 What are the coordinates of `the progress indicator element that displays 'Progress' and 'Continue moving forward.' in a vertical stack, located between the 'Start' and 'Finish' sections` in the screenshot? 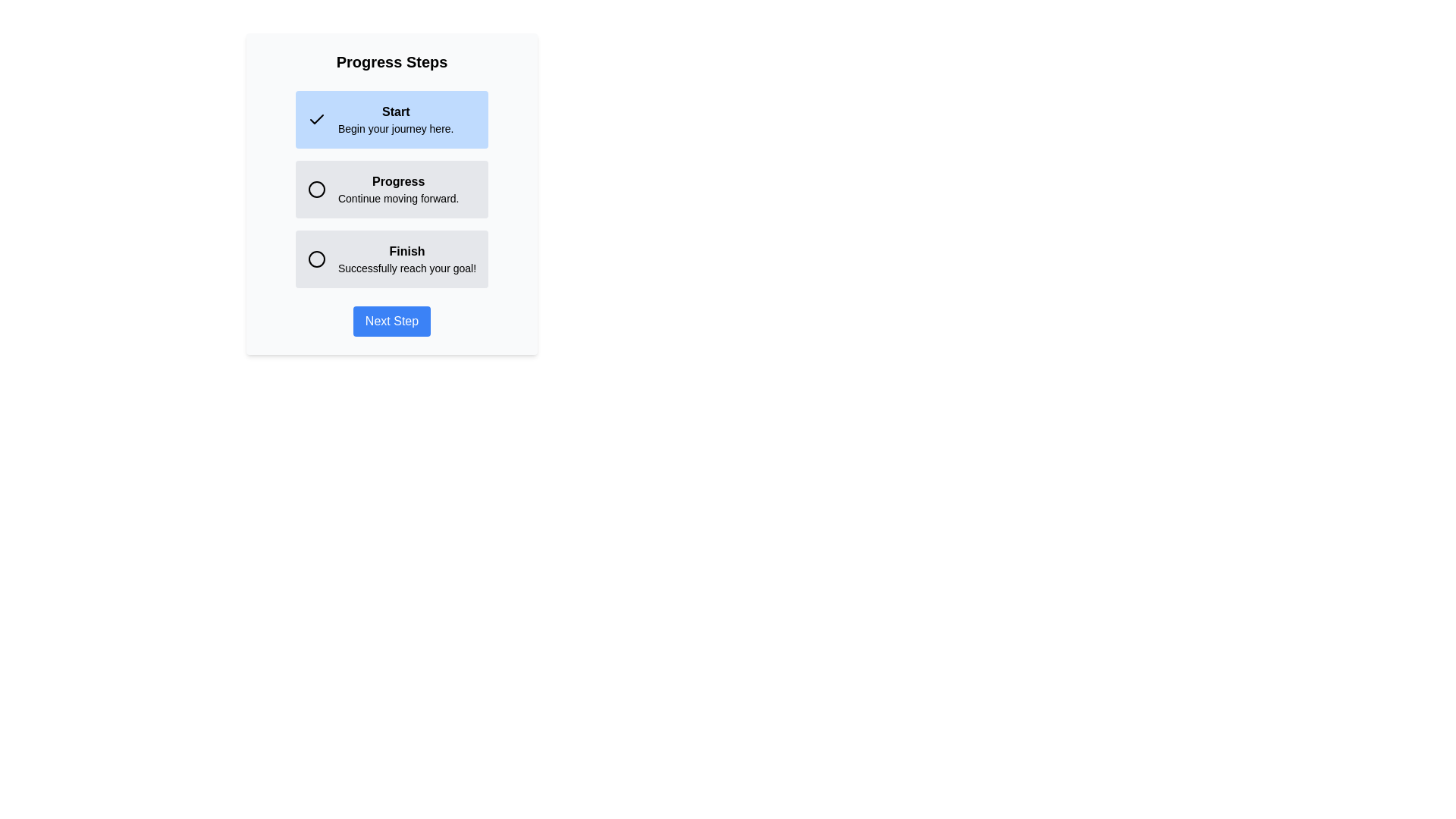 It's located at (392, 189).